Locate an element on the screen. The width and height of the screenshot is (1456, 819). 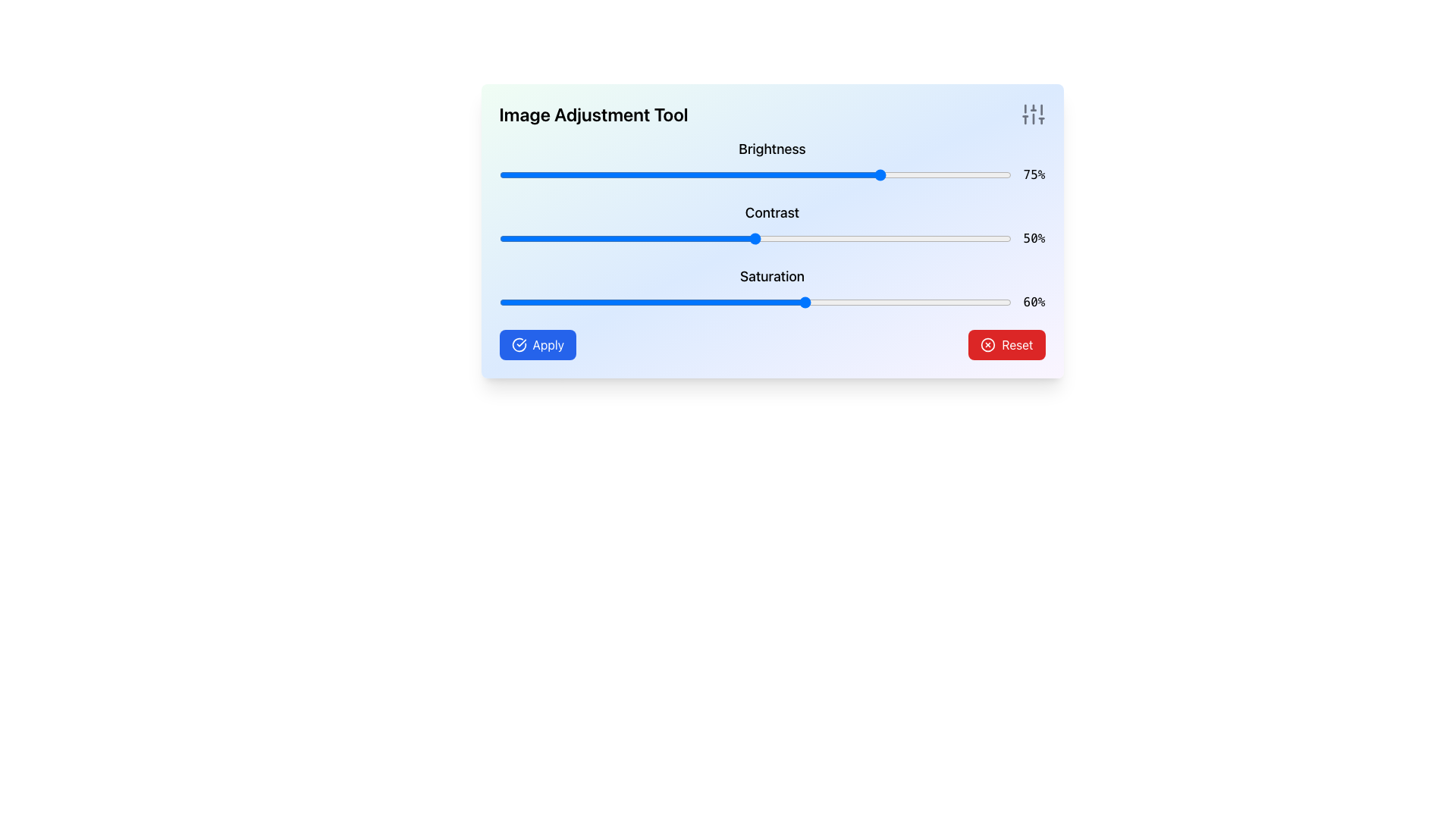
the circular outline icon with a checkmark, located to the left of the 'Apply' button in the bottom-left section of the interface is located at coordinates (519, 345).